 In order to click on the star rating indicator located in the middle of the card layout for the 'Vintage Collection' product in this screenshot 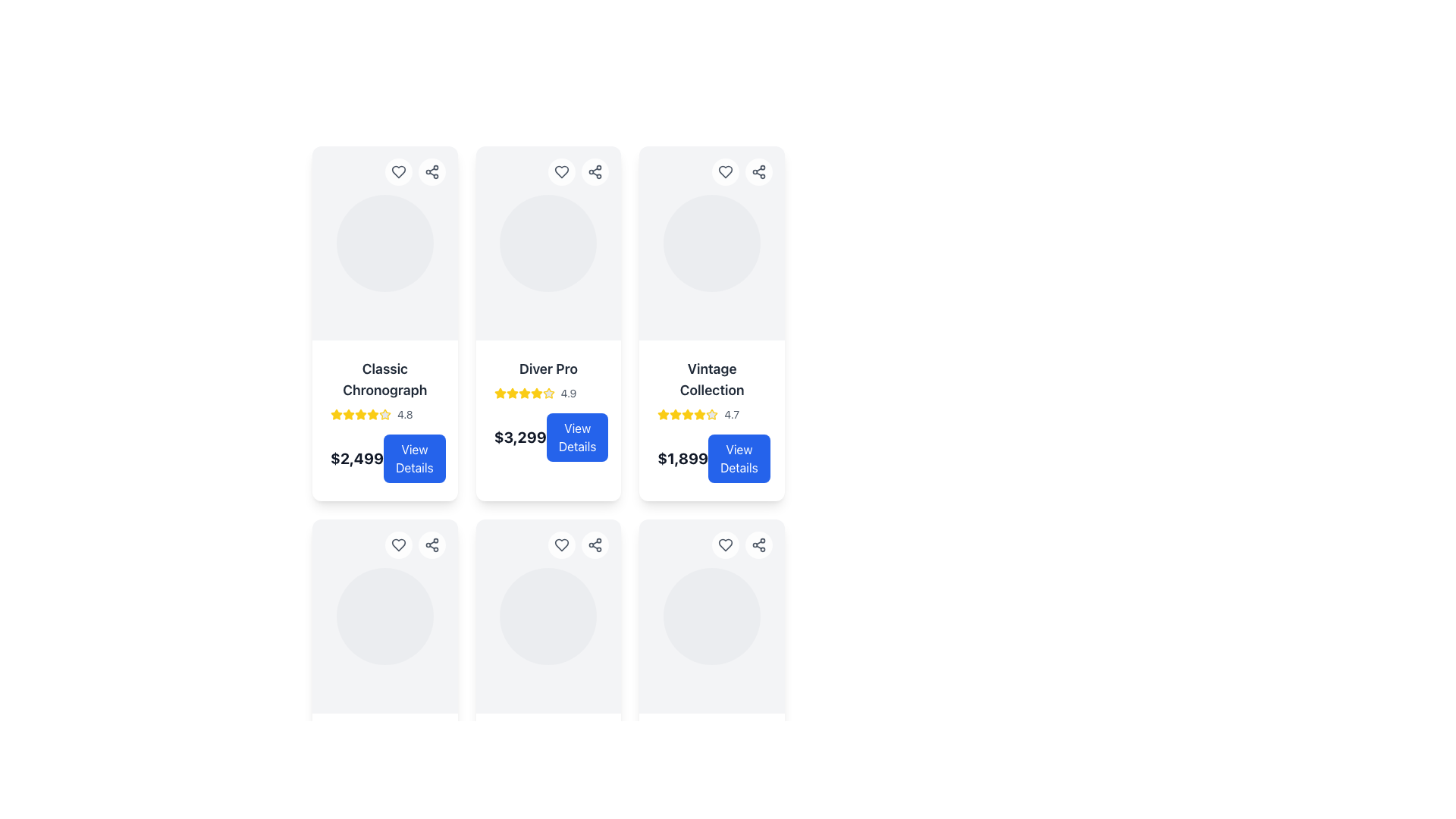, I will do `click(711, 415)`.